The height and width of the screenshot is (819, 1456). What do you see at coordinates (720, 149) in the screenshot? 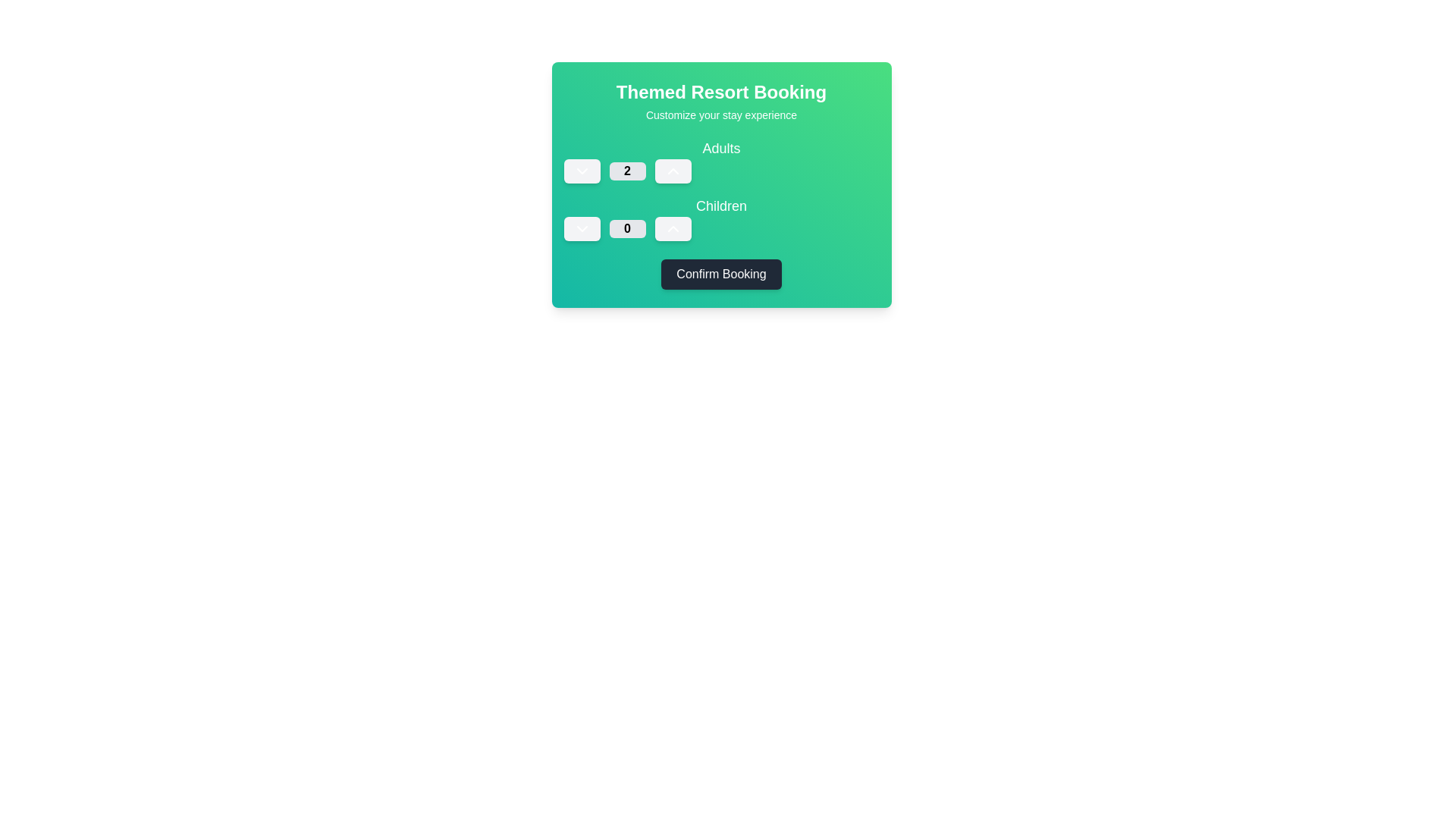
I see `the 'Adults' text label, which is displayed in a large white font against a green gradient background, positioned directly above the adult quantity selection controls` at bounding box center [720, 149].